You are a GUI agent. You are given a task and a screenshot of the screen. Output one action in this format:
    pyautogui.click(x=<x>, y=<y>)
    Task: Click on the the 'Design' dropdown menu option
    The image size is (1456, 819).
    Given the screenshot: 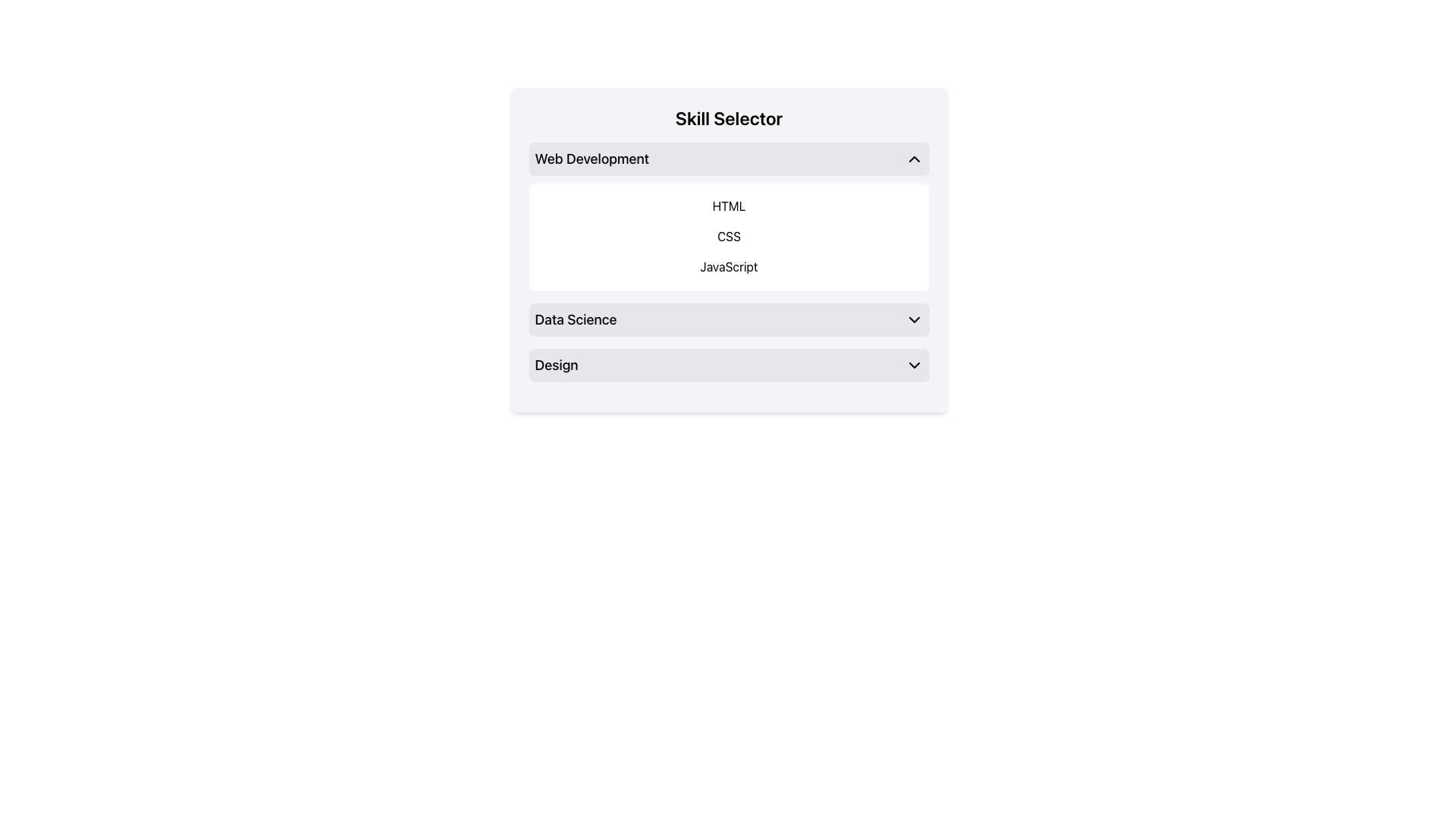 What is the action you would take?
    pyautogui.click(x=729, y=366)
    